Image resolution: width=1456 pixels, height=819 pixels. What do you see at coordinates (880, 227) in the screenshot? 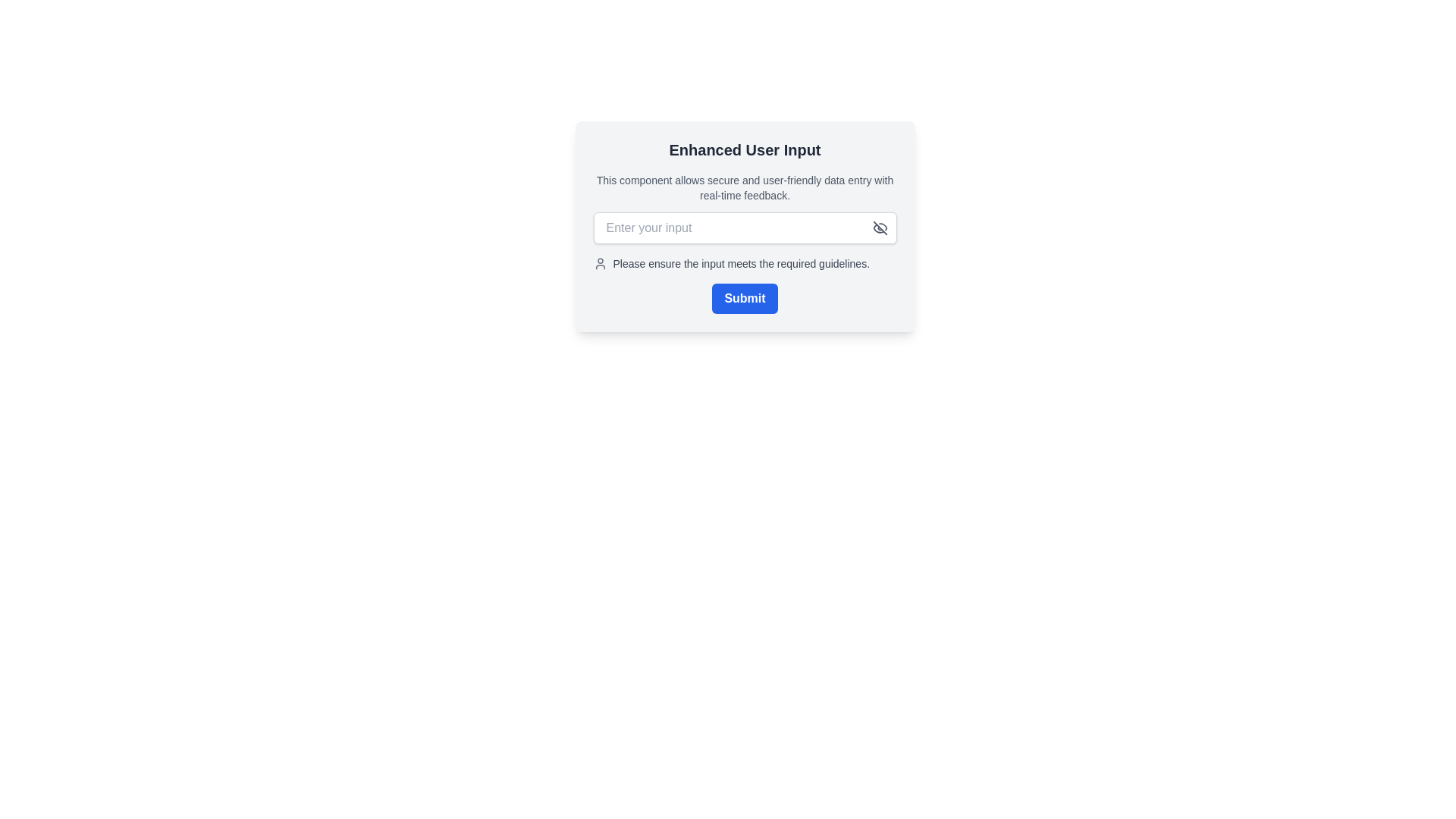
I see `the 'hidden' icon button resembling an eye with a diagonal line crossing it, located at the far right of the password input field` at bounding box center [880, 227].